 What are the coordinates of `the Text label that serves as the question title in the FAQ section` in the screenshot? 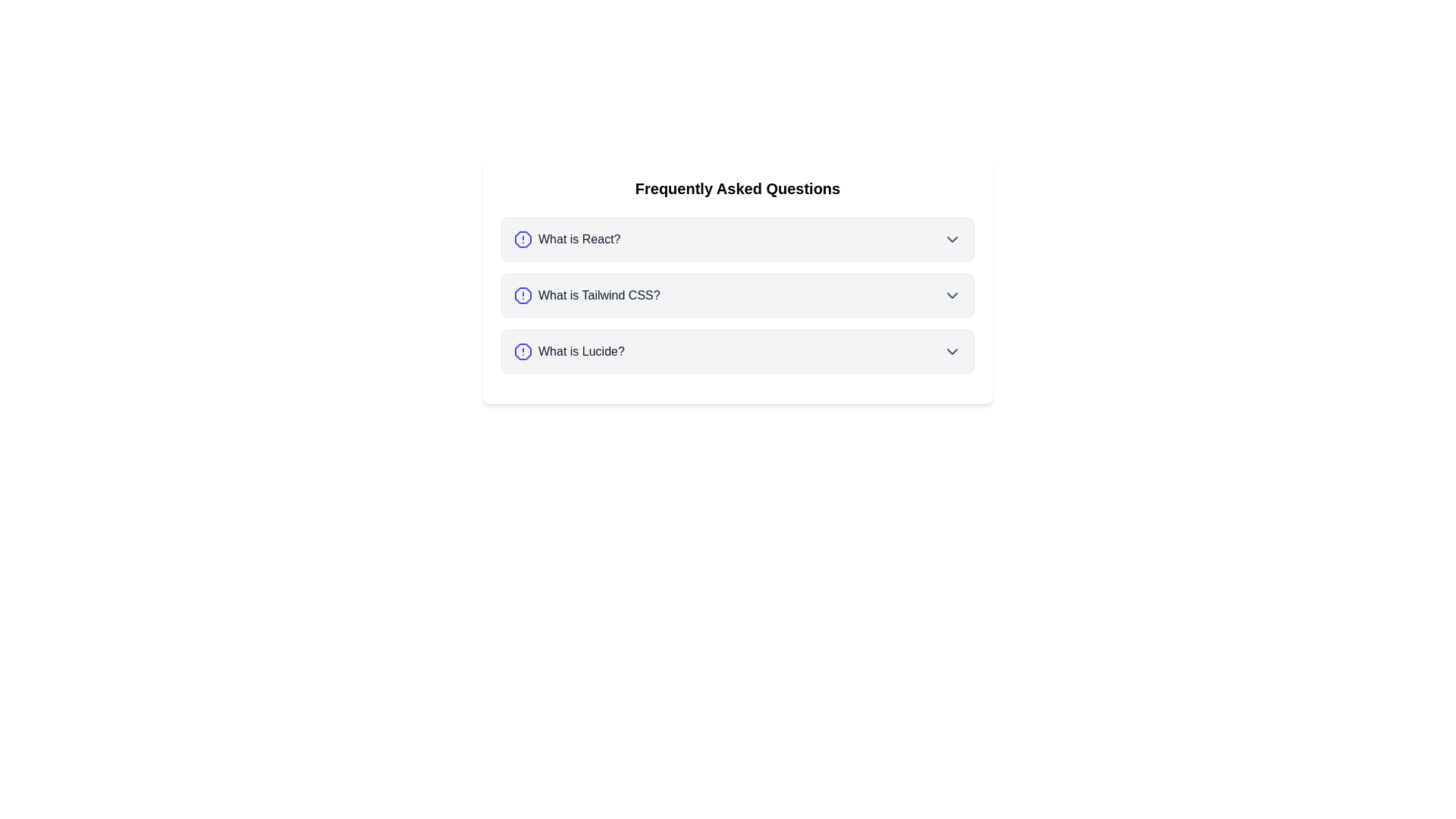 It's located at (579, 239).